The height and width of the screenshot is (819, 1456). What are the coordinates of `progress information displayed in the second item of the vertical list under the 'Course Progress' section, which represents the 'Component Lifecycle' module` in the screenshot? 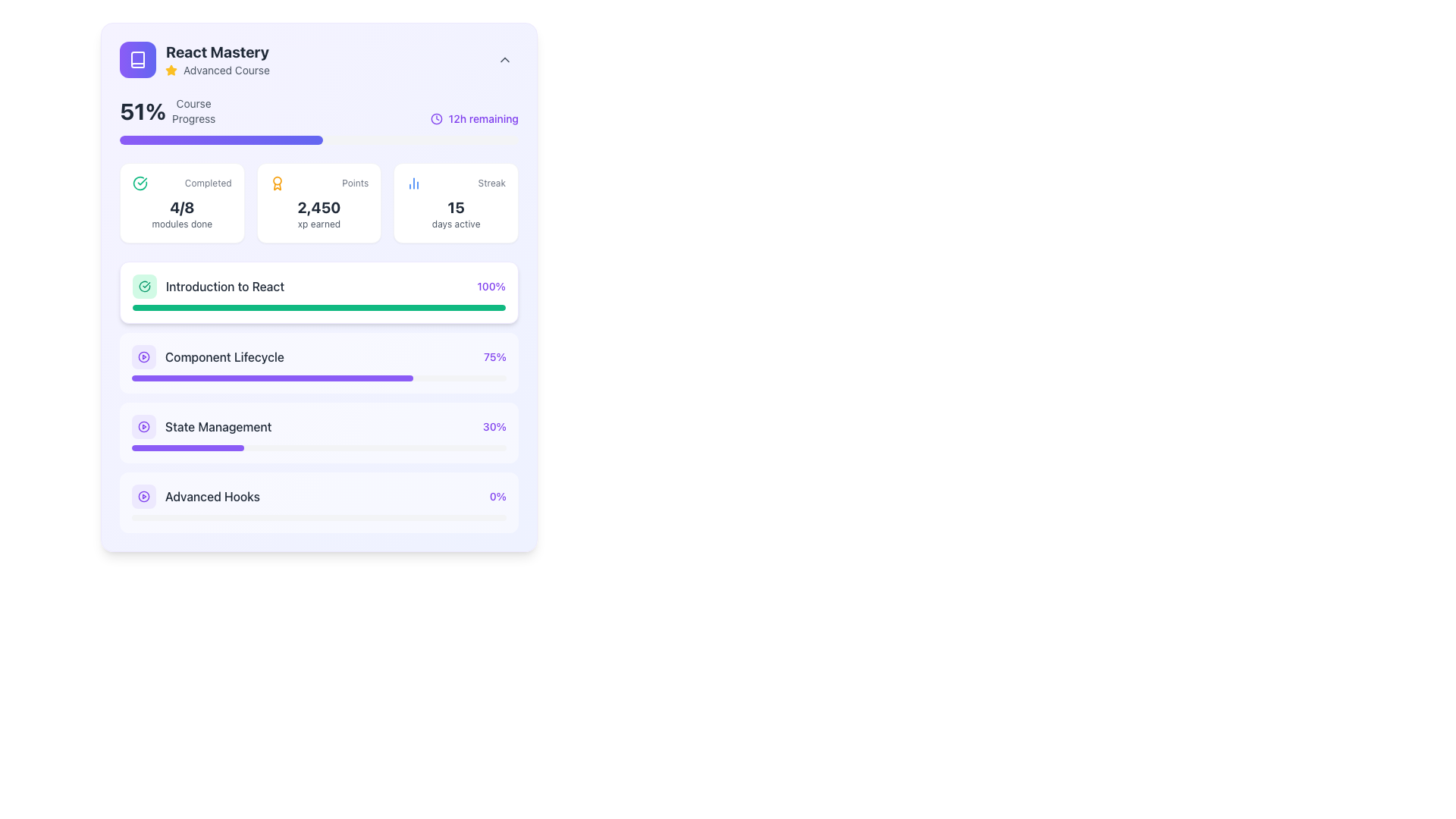 It's located at (318, 356).